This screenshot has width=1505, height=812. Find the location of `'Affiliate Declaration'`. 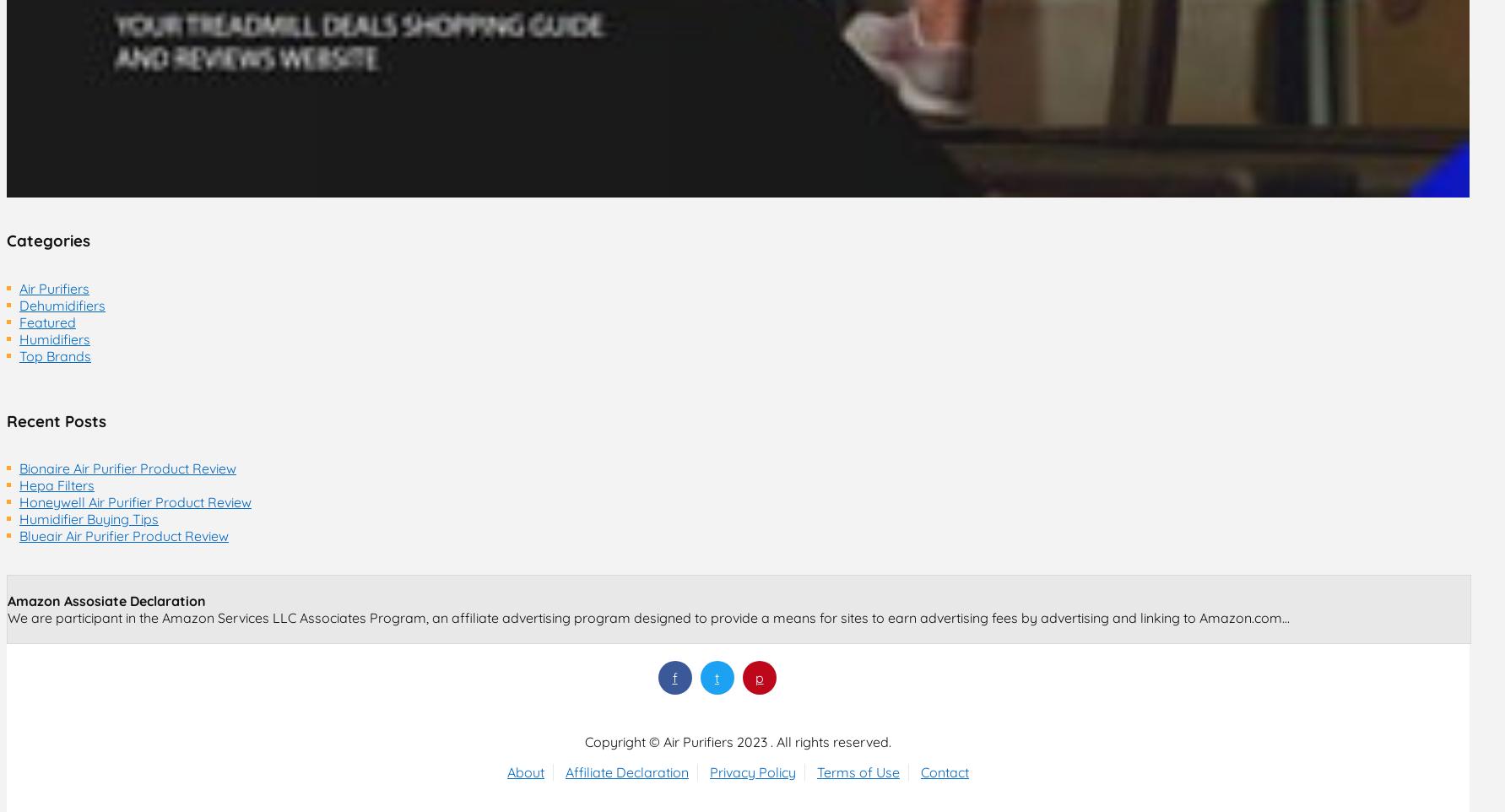

'Affiliate Declaration' is located at coordinates (625, 771).